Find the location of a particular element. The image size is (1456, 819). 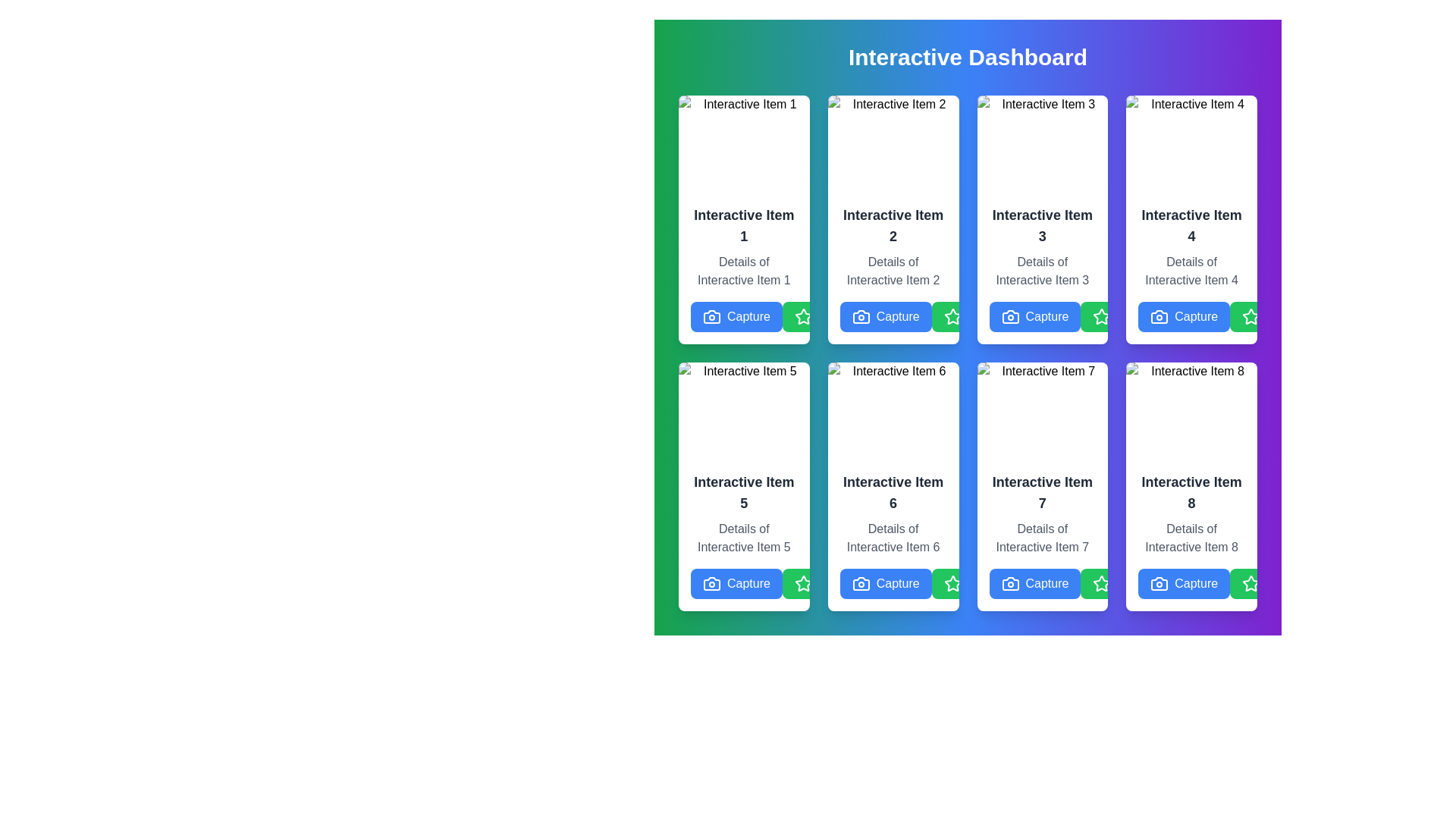

the button to capture or save the content associated with the card labeled 'Interactive Item 7', located at the bottom center of the card, to the left of the green 'Favorite' button is located at coordinates (1034, 583).